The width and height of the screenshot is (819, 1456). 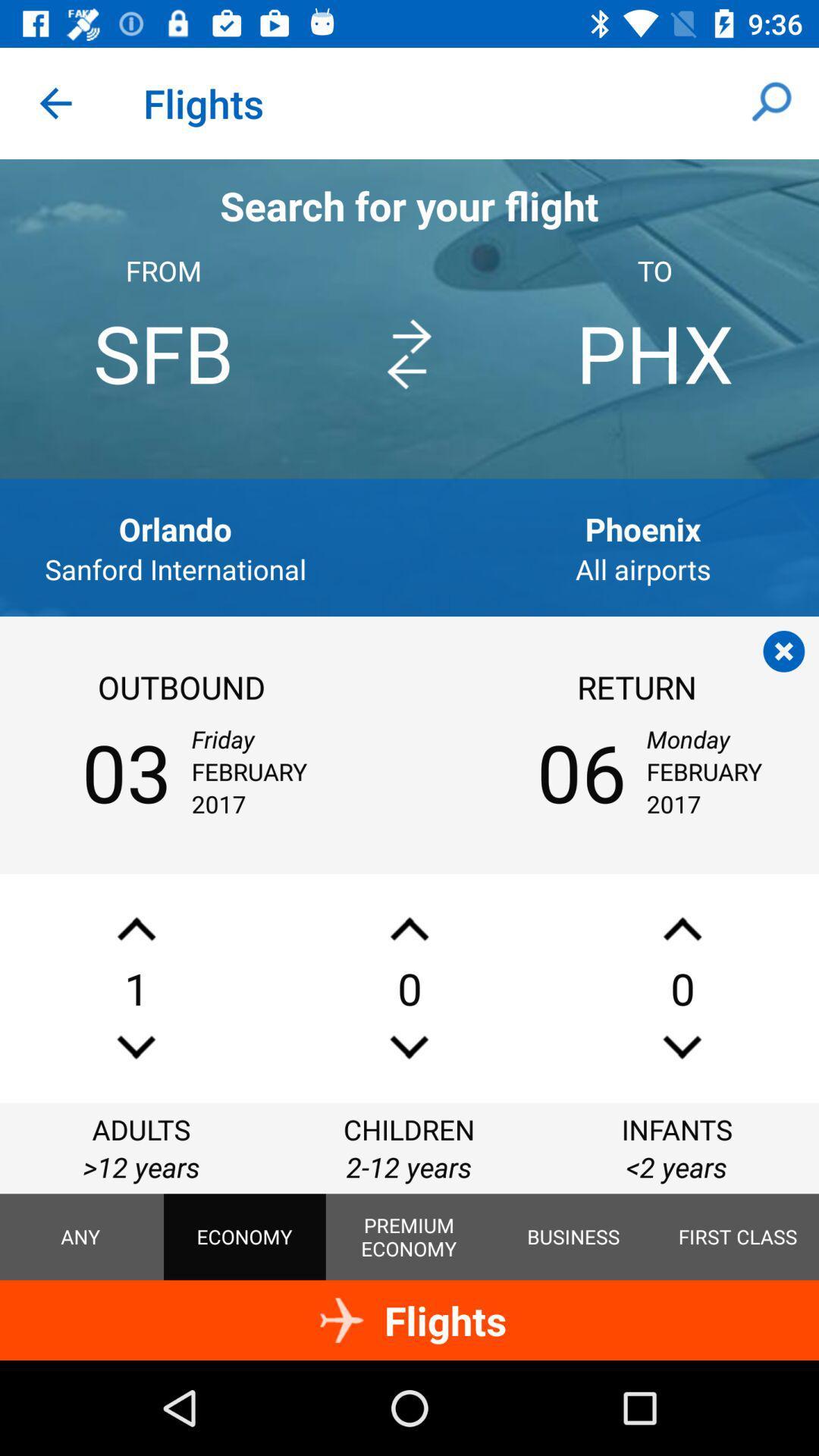 I want to click on decrease number, so click(x=409, y=1046).